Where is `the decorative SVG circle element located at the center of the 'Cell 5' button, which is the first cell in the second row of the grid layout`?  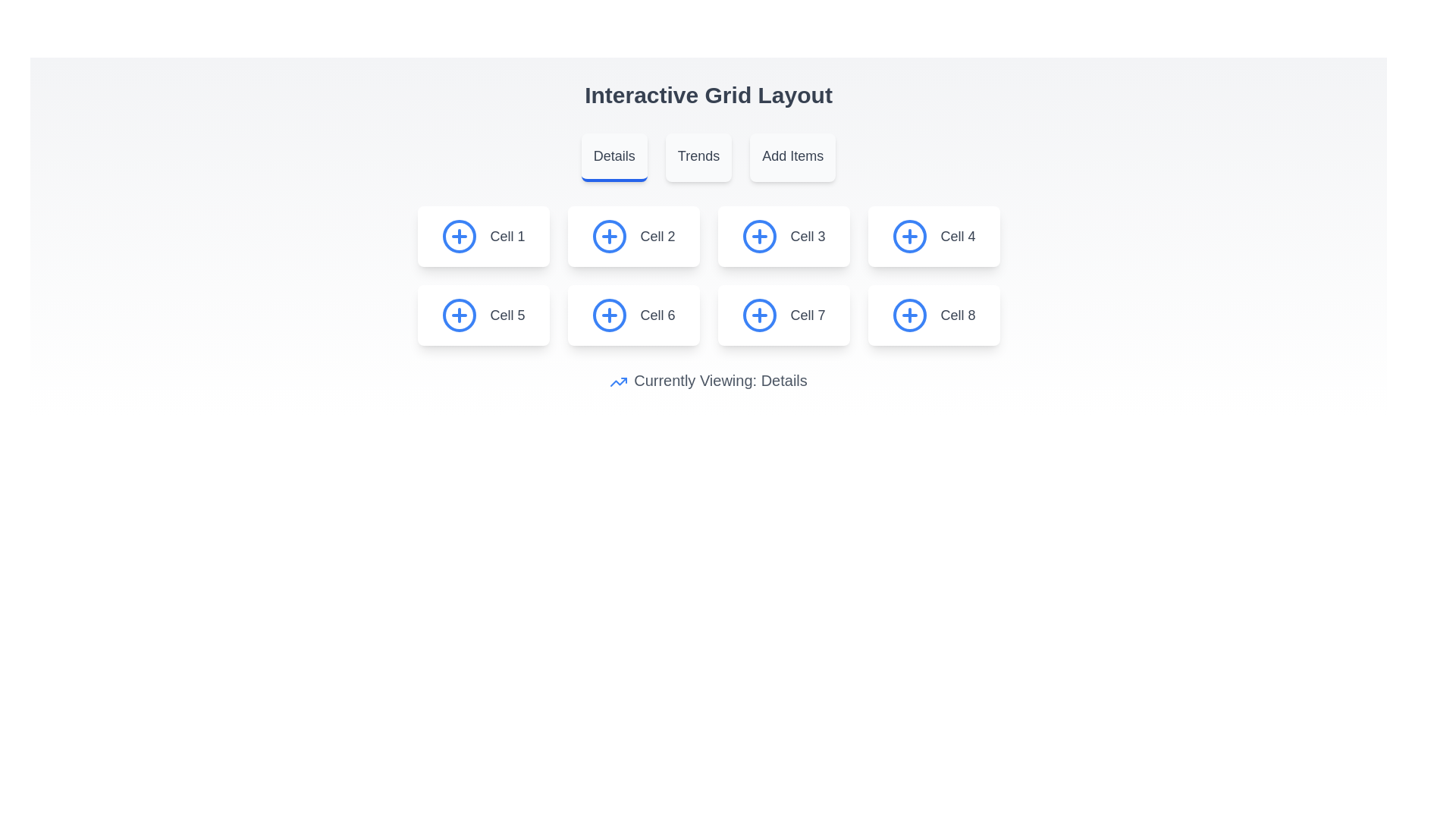 the decorative SVG circle element located at the center of the 'Cell 5' button, which is the first cell in the second row of the grid layout is located at coordinates (459, 315).